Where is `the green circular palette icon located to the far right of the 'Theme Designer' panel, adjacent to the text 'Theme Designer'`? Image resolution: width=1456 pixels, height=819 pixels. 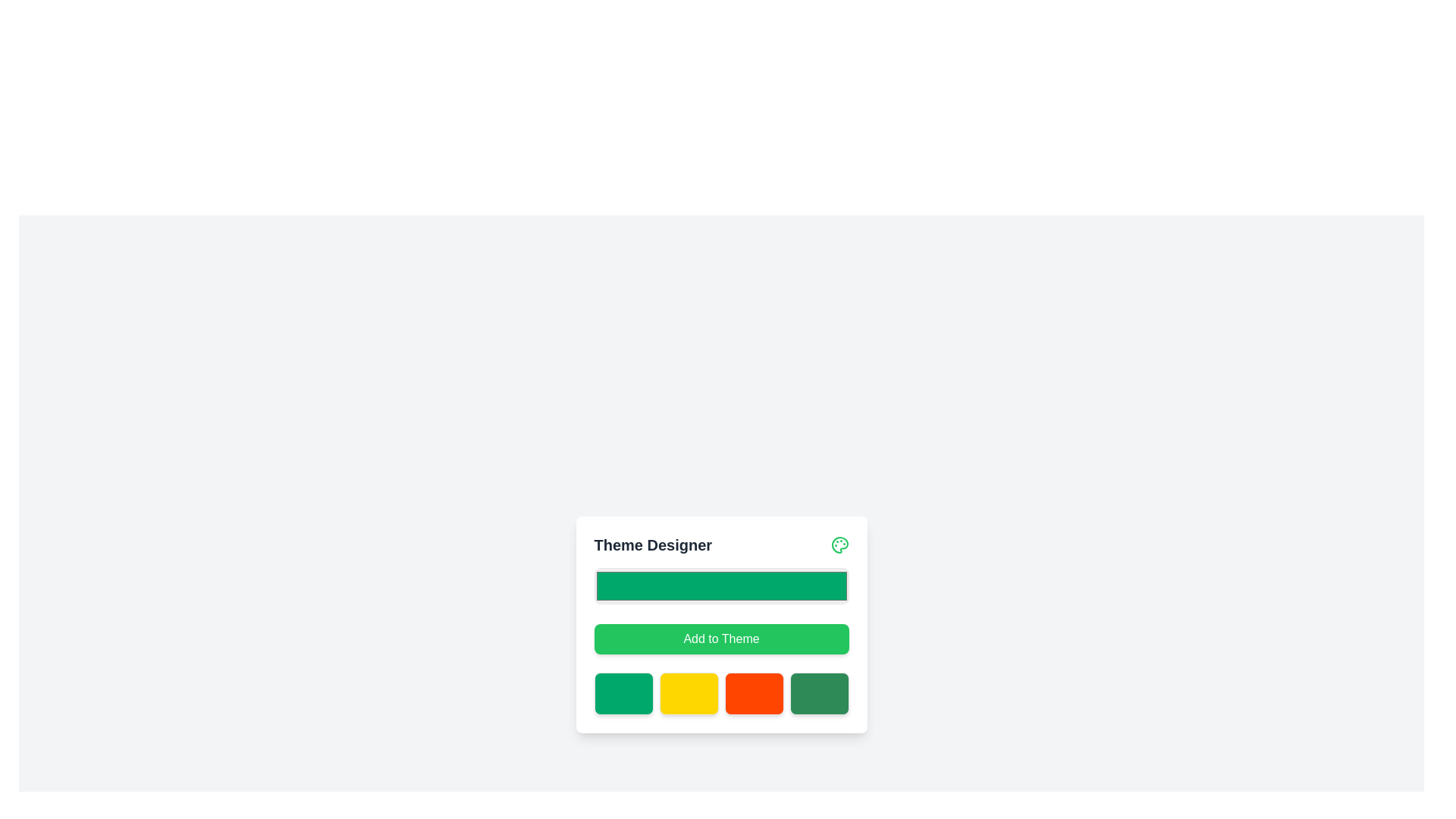 the green circular palette icon located to the far right of the 'Theme Designer' panel, adjacent to the text 'Theme Designer' is located at coordinates (839, 544).